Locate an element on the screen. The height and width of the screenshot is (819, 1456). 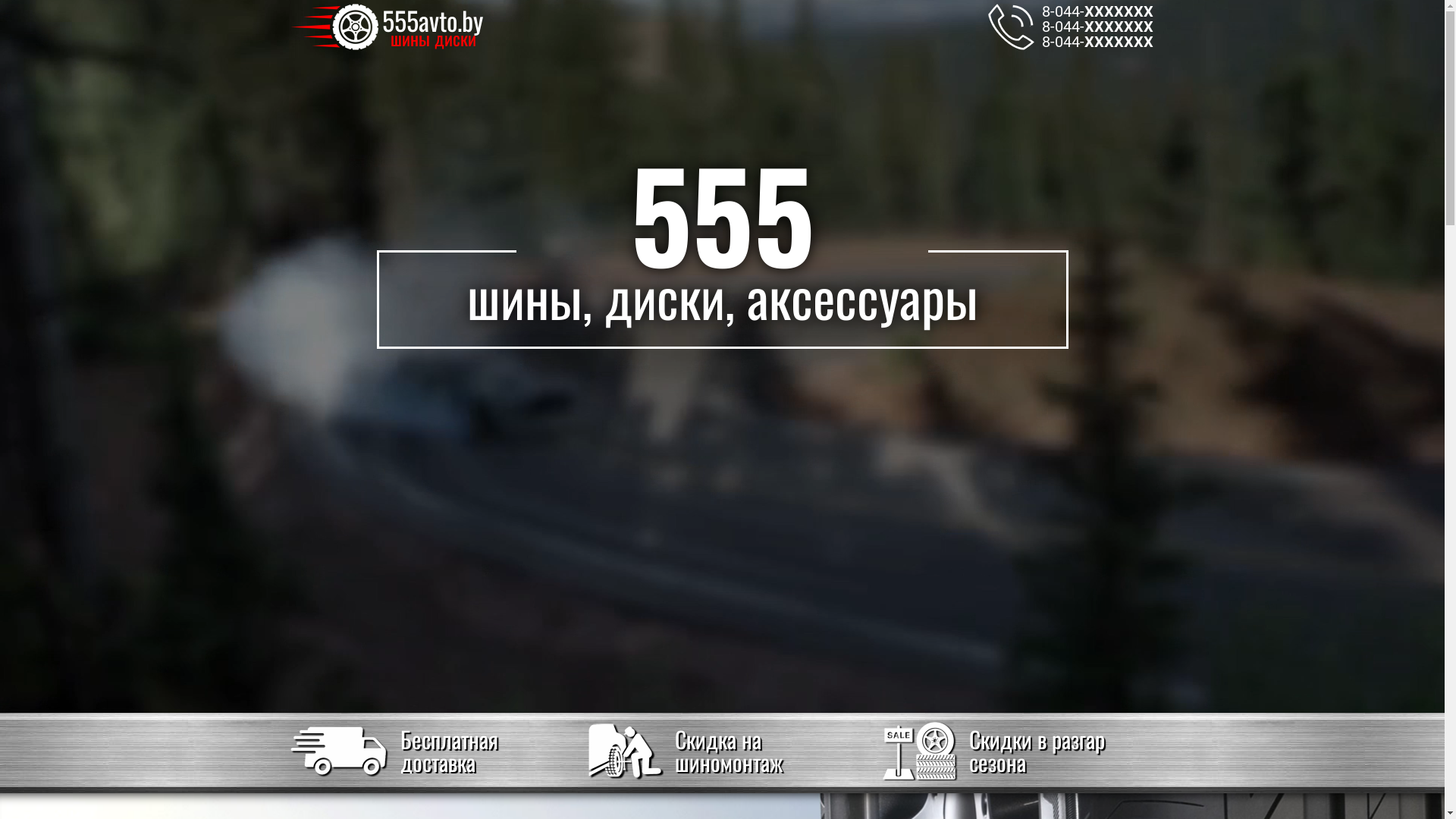
'8-044-XXXXXXX' is located at coordinates (1097, 11).